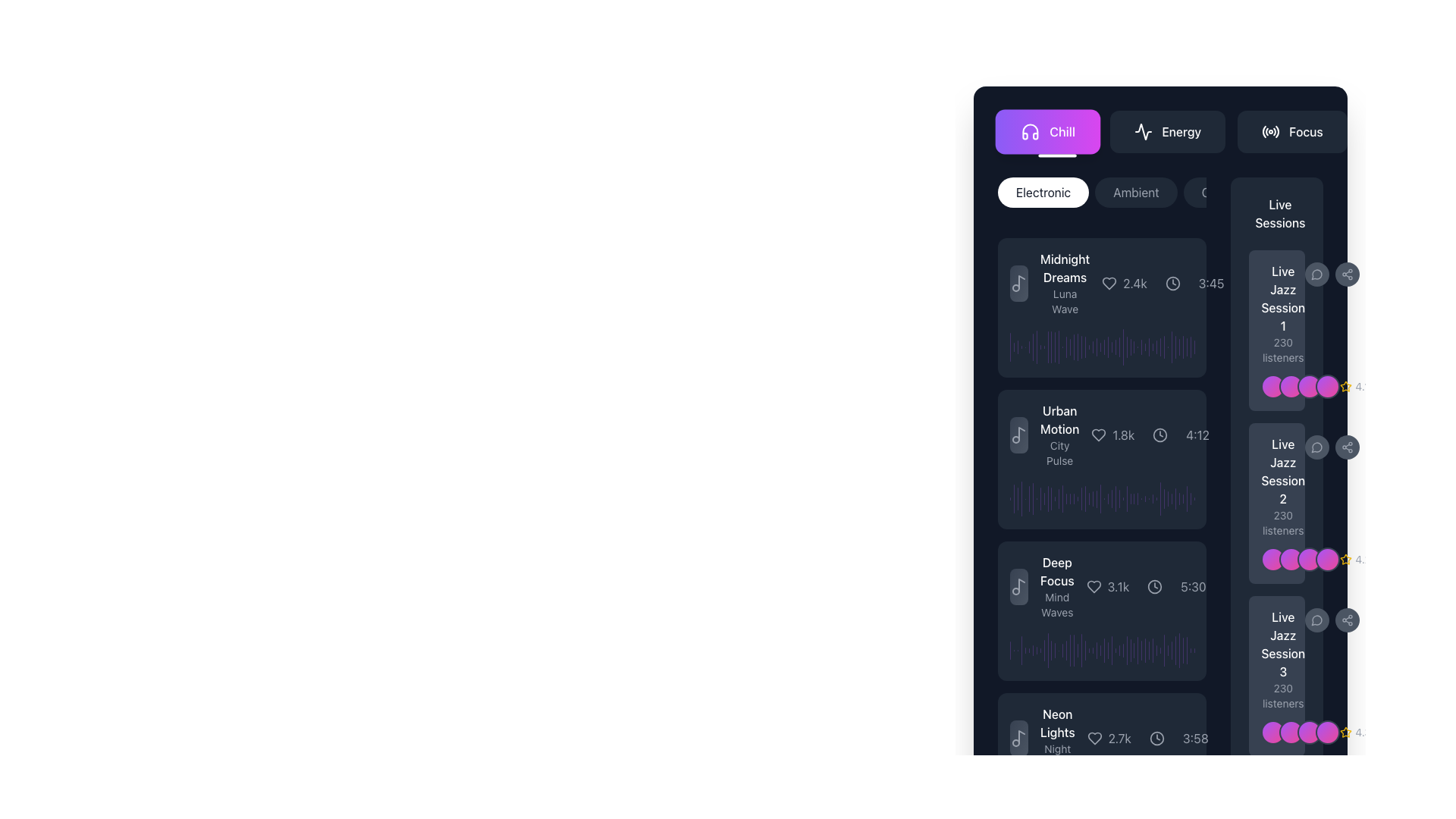 The height and width of the screenshot is (819, 1456). I want to click on the first vertical Waveform Bar Segment representing the audio waveform for the track 'Deep Focus', so click(1010, 649).